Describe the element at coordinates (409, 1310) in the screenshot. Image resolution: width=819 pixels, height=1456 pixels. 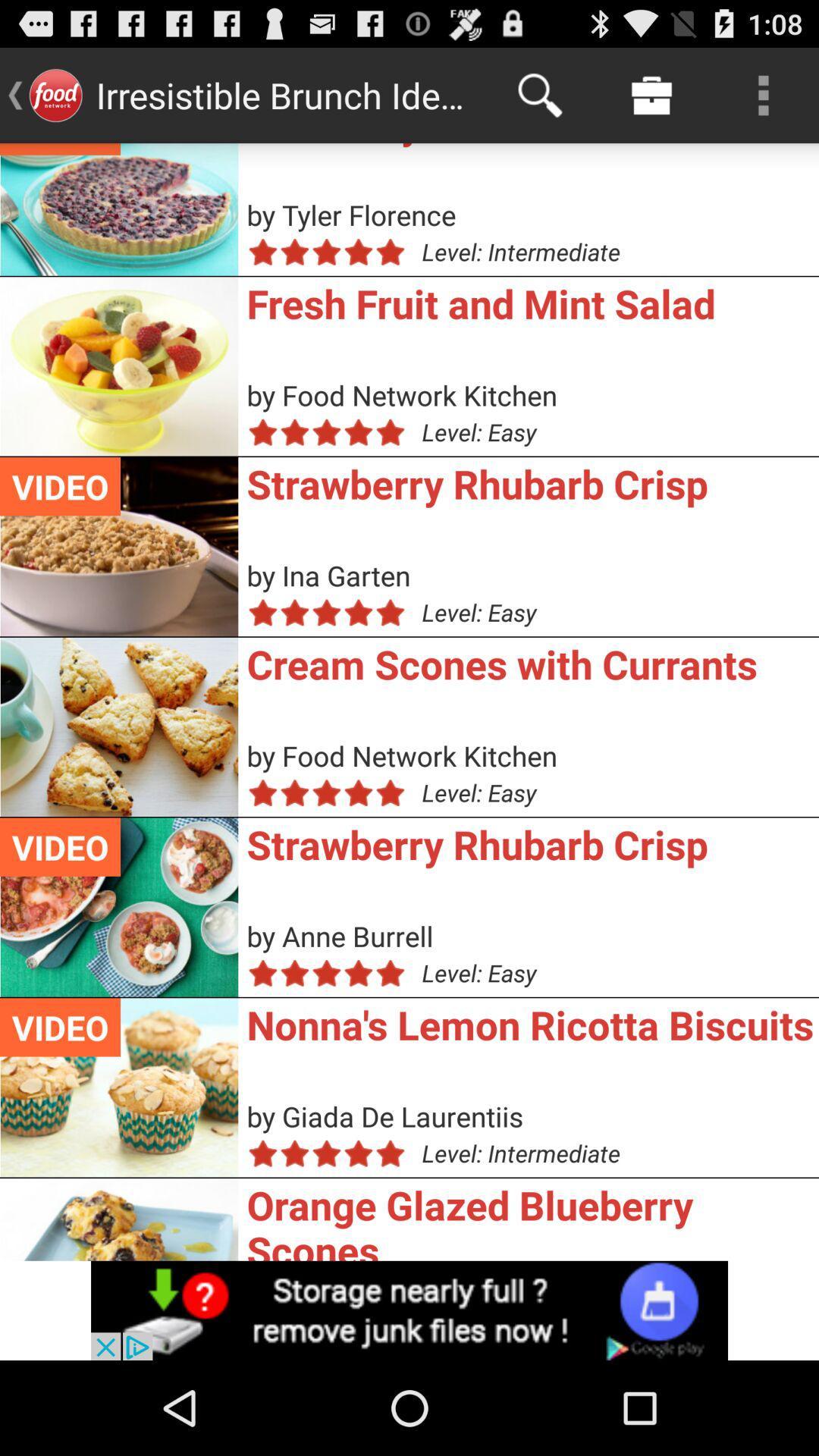
I see `advertisement` at that location.